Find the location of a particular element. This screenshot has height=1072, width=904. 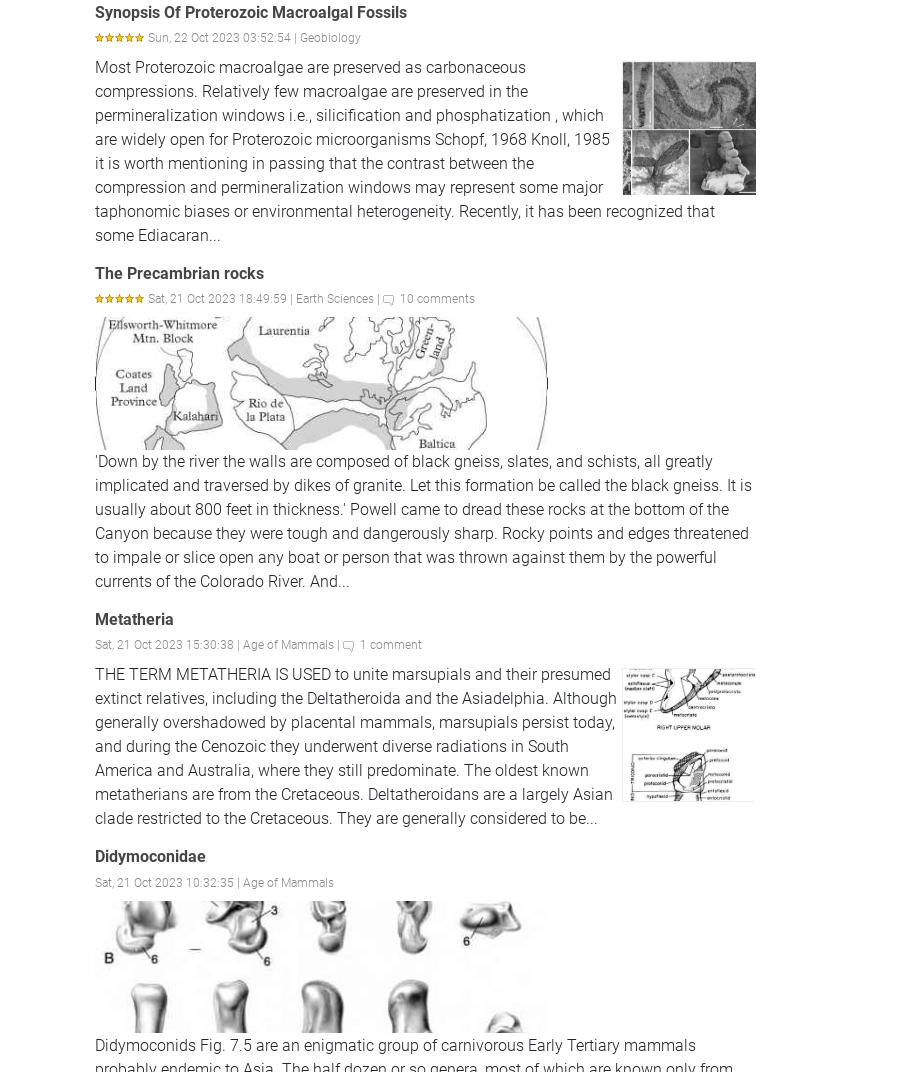

'Didymoconidae' is located at coordinates (149, 855).